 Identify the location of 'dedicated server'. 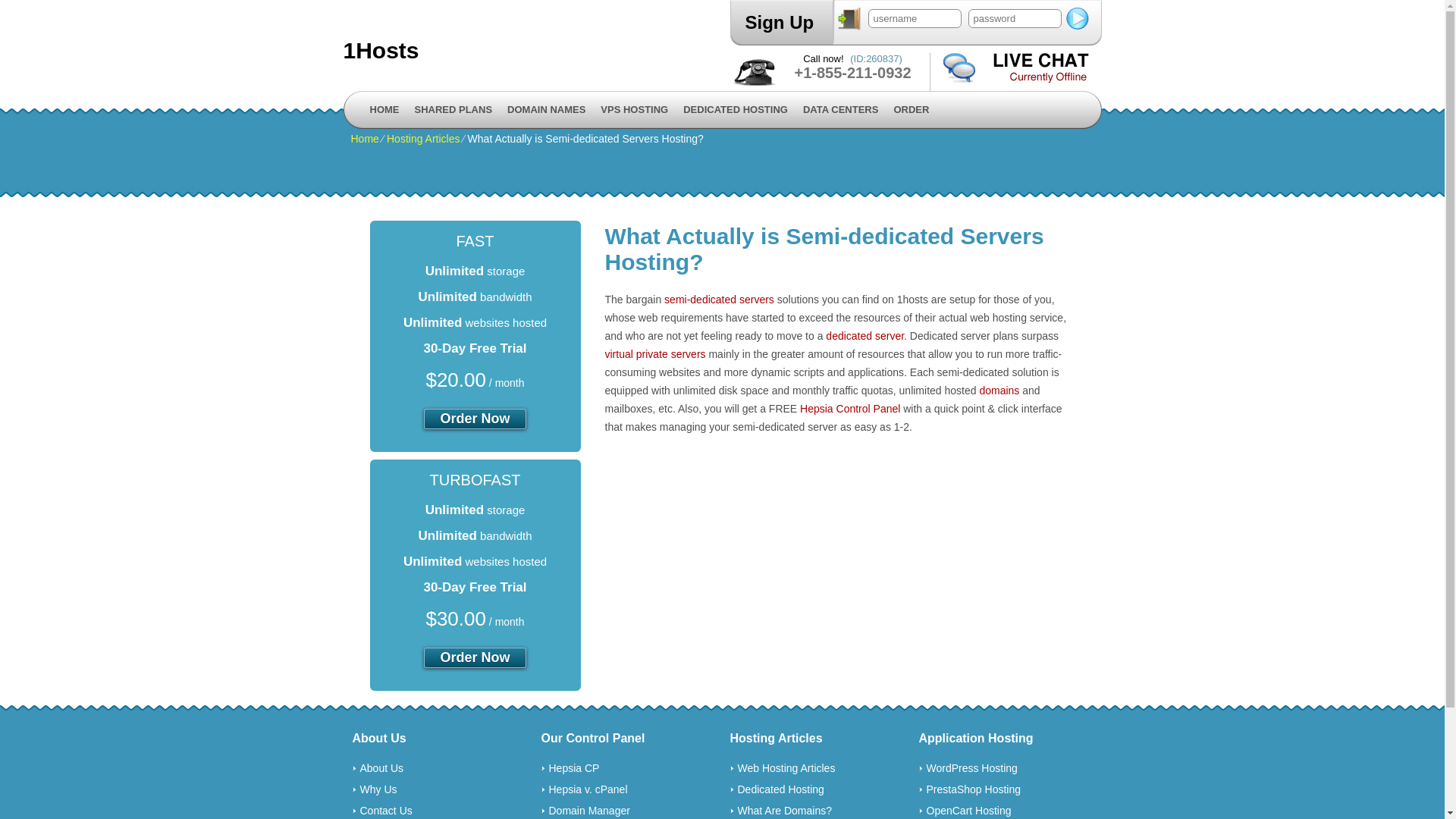
(864, 335).